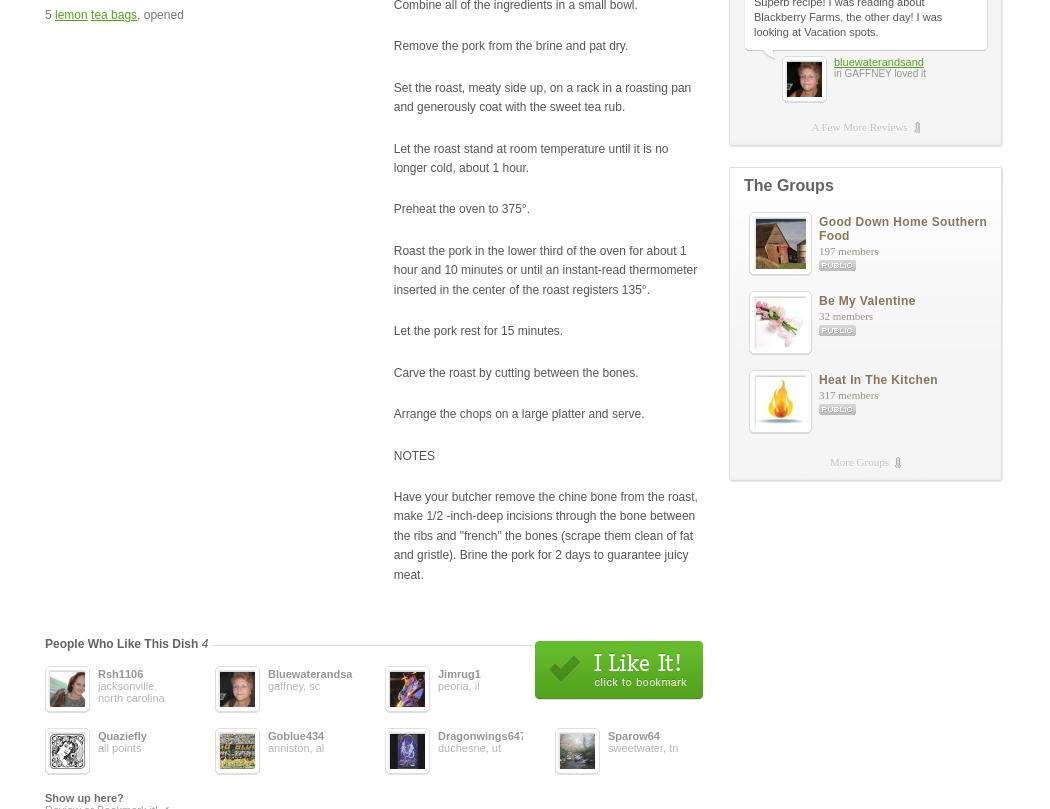  I want to click on 'Good Down Home Southern Food', so click(903, 228).